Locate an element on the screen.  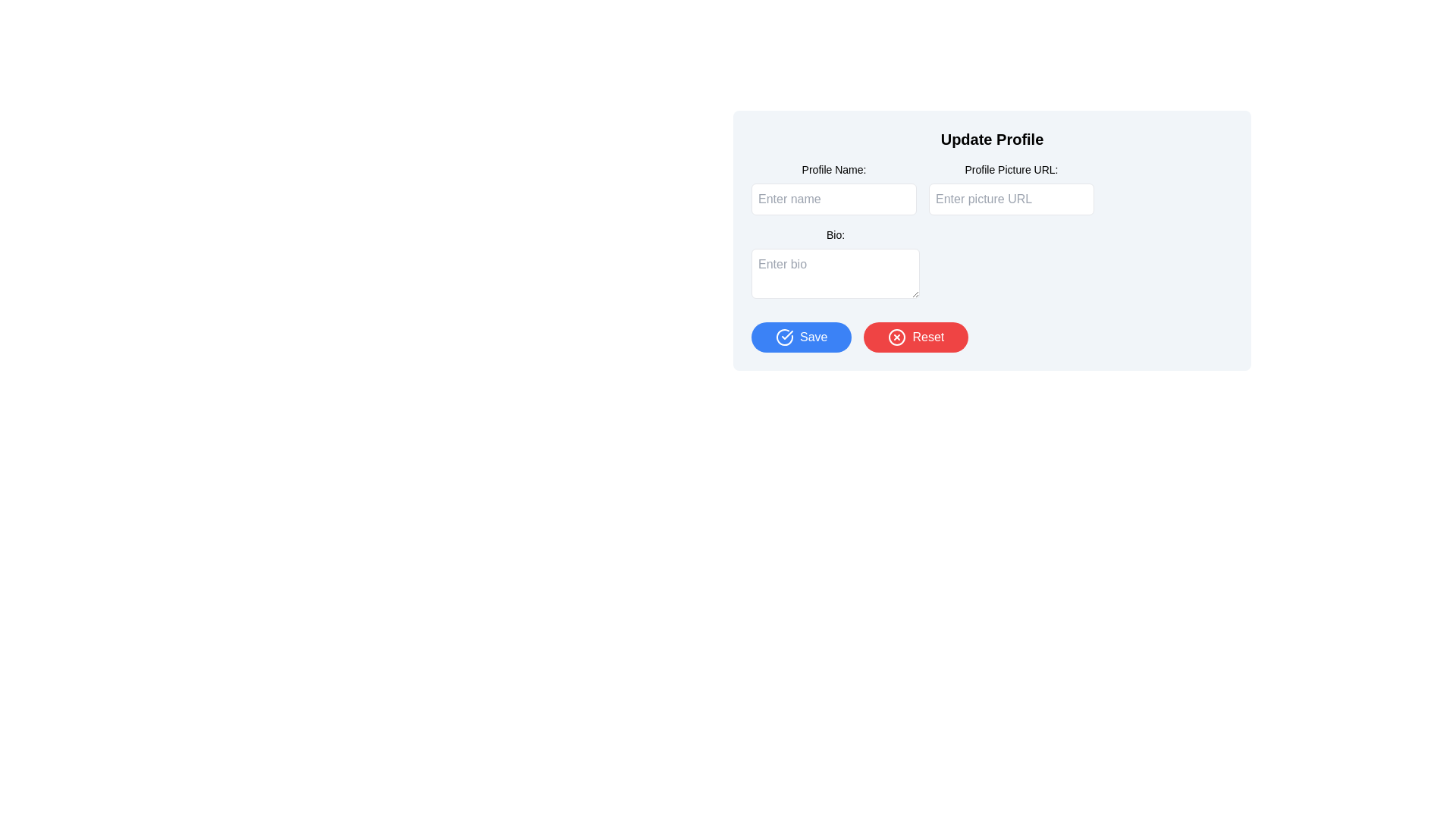
the circular icon with a checkmark inside, which is located to the left of the 'Save' text within the blue button is located at coordinates (785, 336).